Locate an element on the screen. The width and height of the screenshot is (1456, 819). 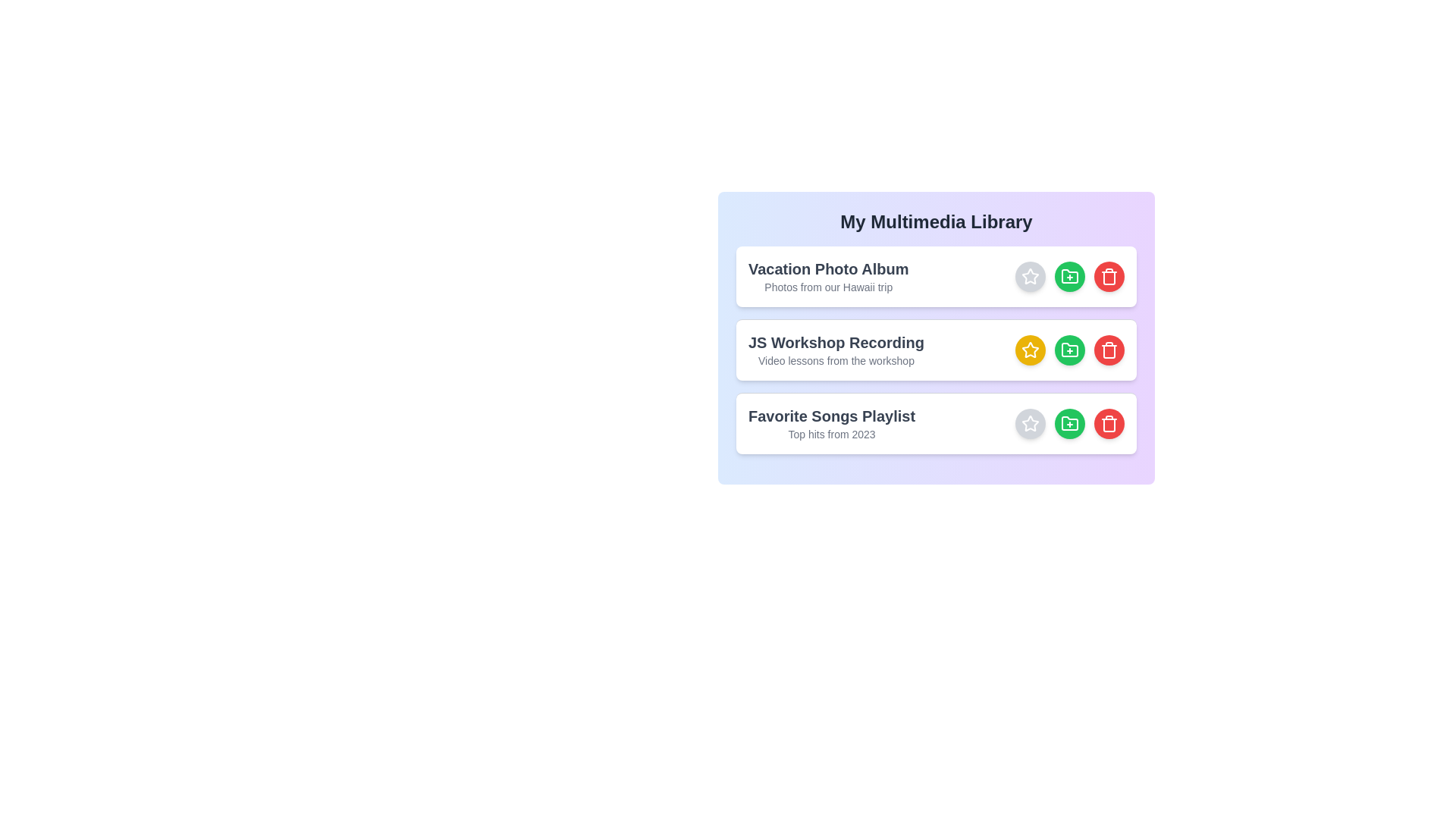
the yellow star-shaped icon located to the left of the green 'Add' icon, in the second entry of a vertical list, to mark as favorite is located at coordinates (1030, 350).